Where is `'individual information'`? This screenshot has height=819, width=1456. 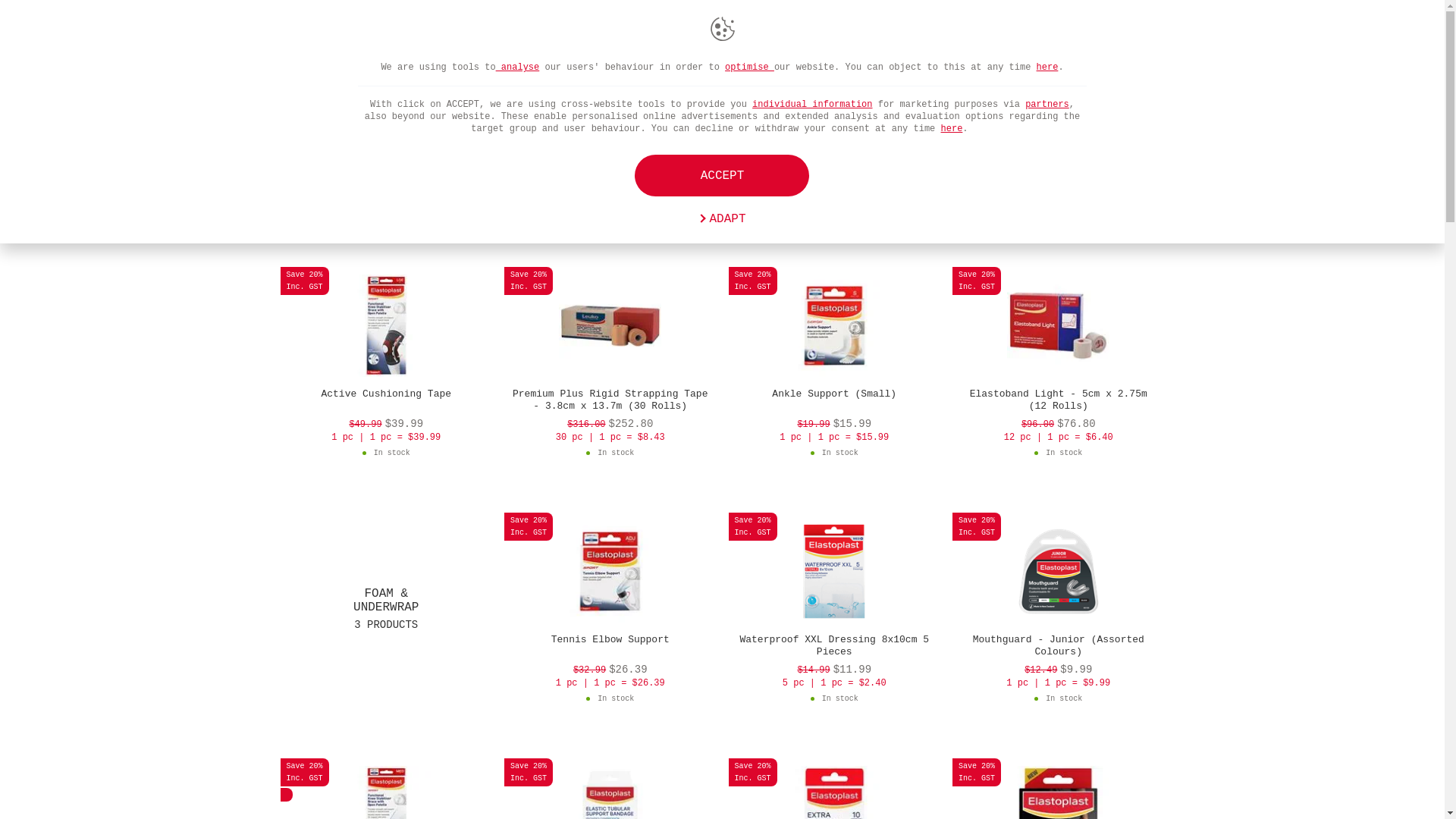 'individual information' is located at coordinates (811, 104).